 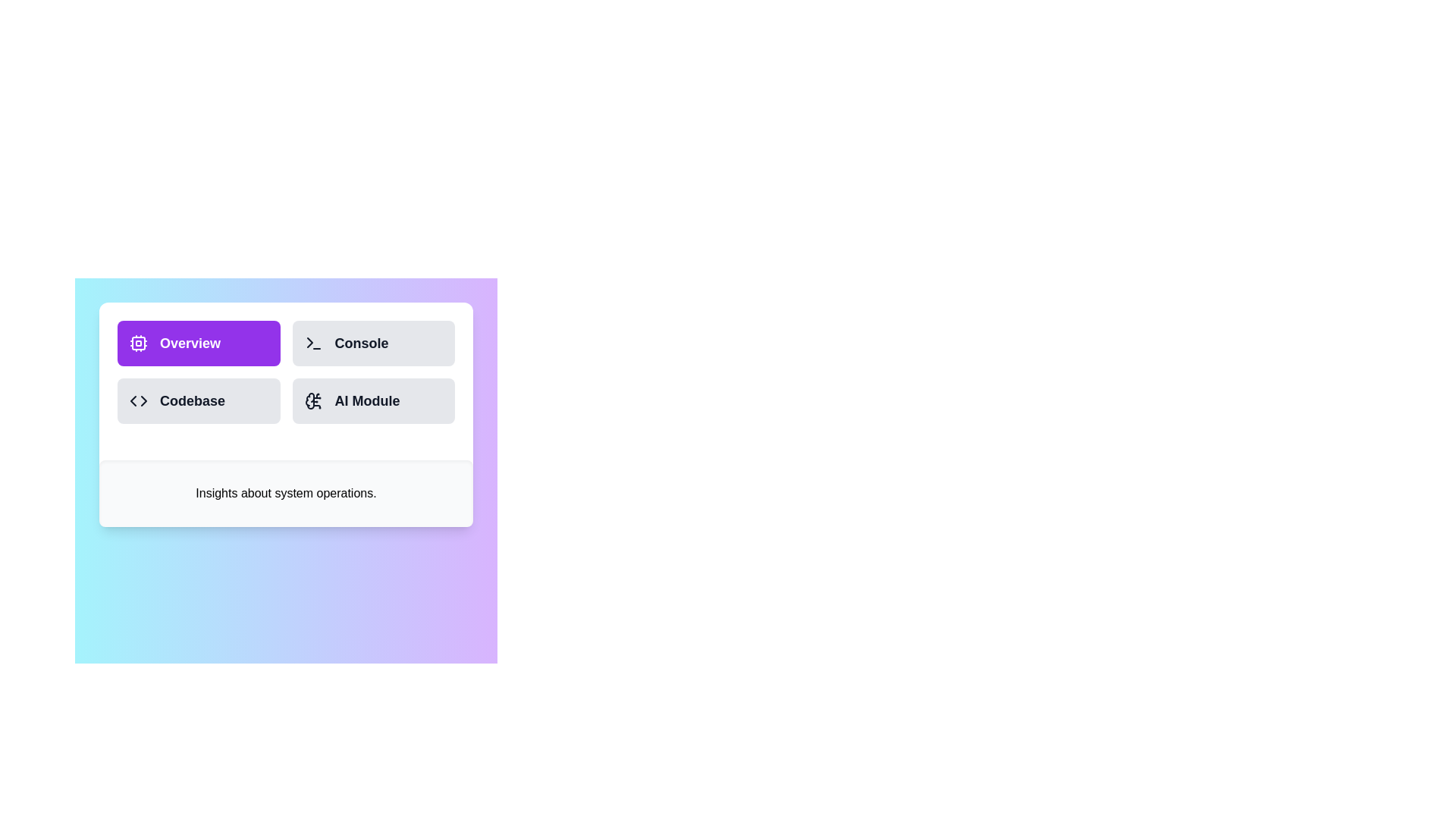 I want to click on the Console button to switch to the corresponding tab, so click(x=372, y=343).